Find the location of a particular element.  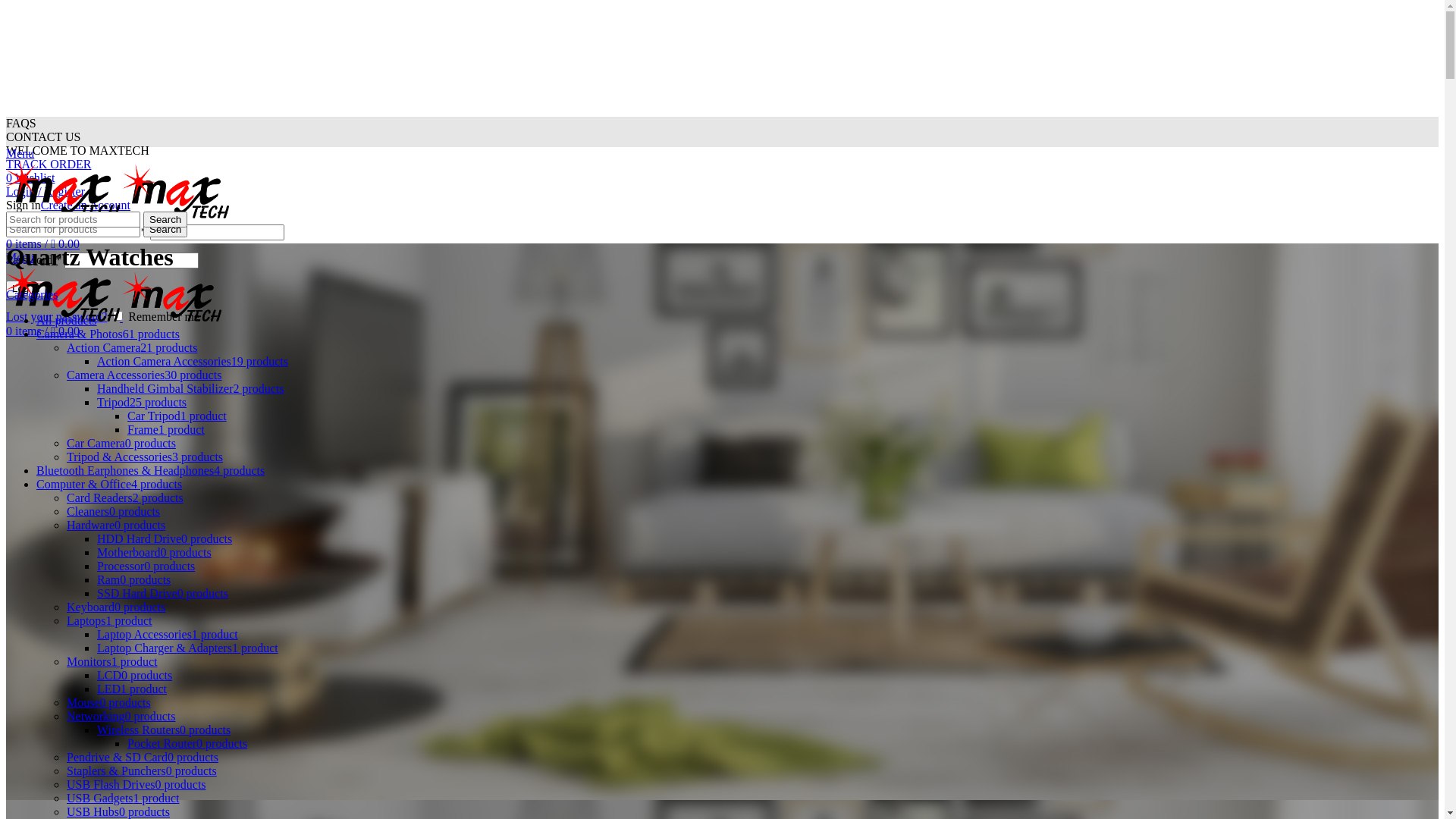

'Card Readers2 products' is located at coordinates (124, 497).